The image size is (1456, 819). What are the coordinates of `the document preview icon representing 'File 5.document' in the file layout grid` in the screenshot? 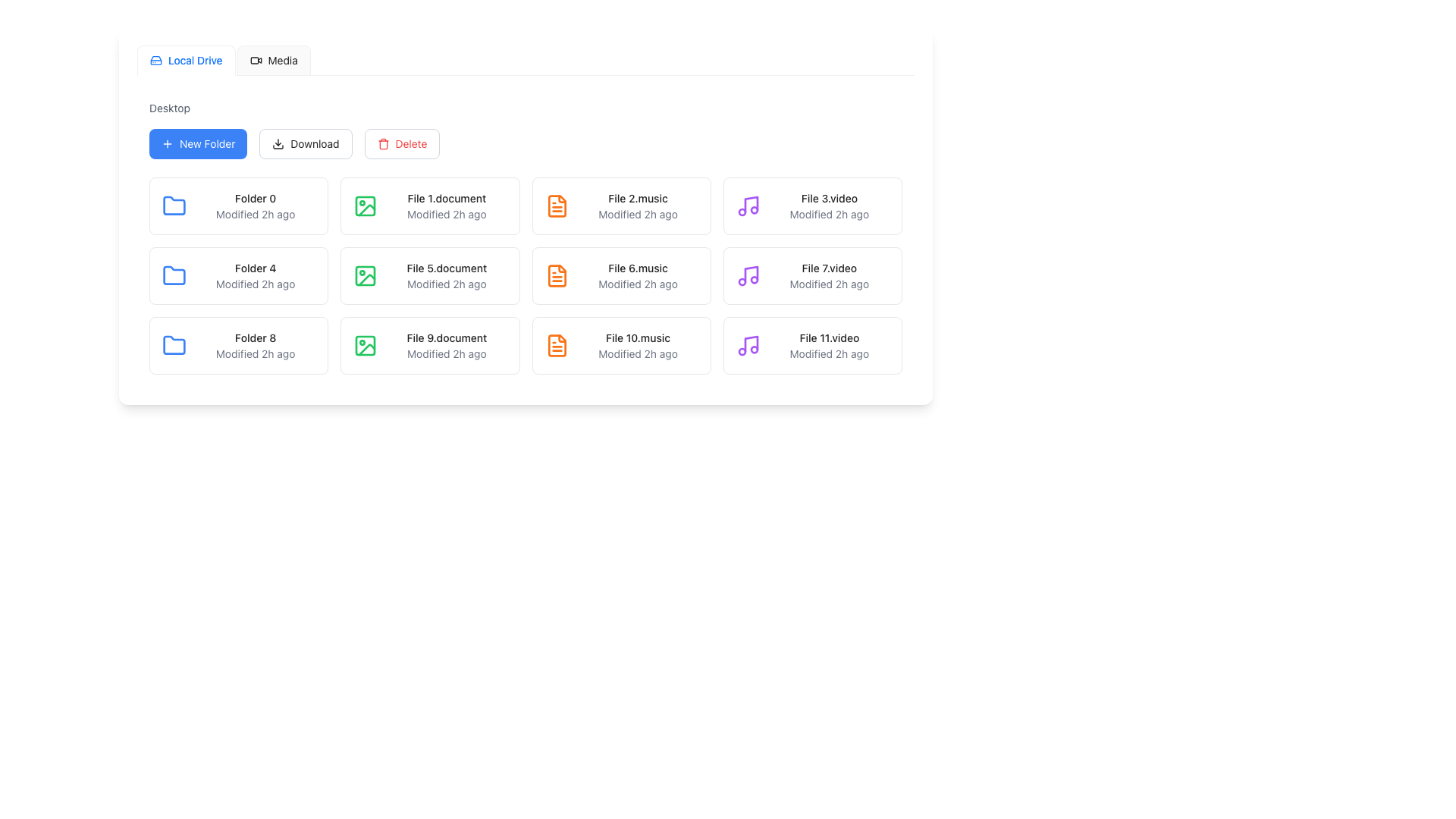 It's located at (366, 275).